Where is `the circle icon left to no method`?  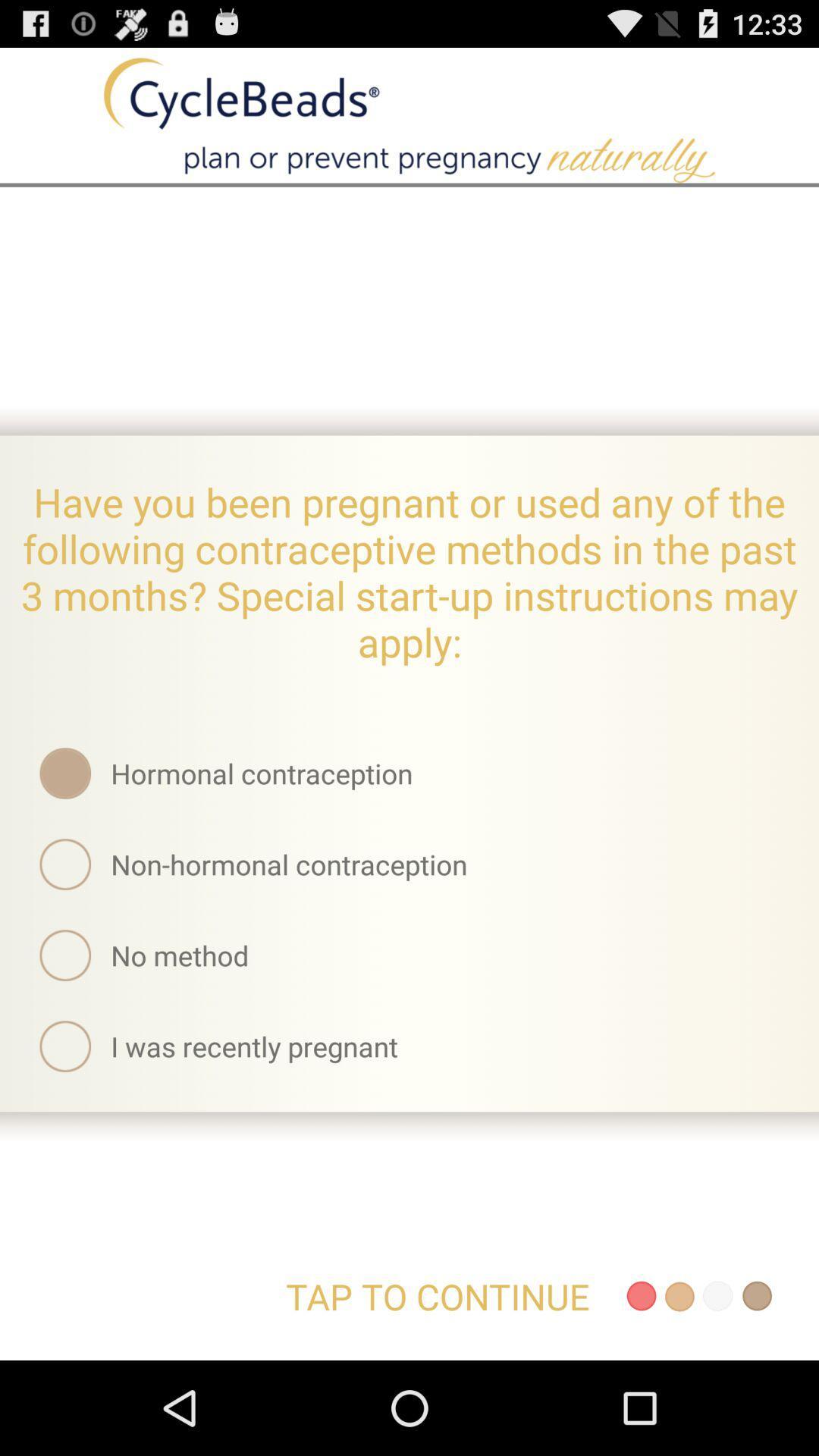 the circle icon left to no method is located at coordinates (64, 954).